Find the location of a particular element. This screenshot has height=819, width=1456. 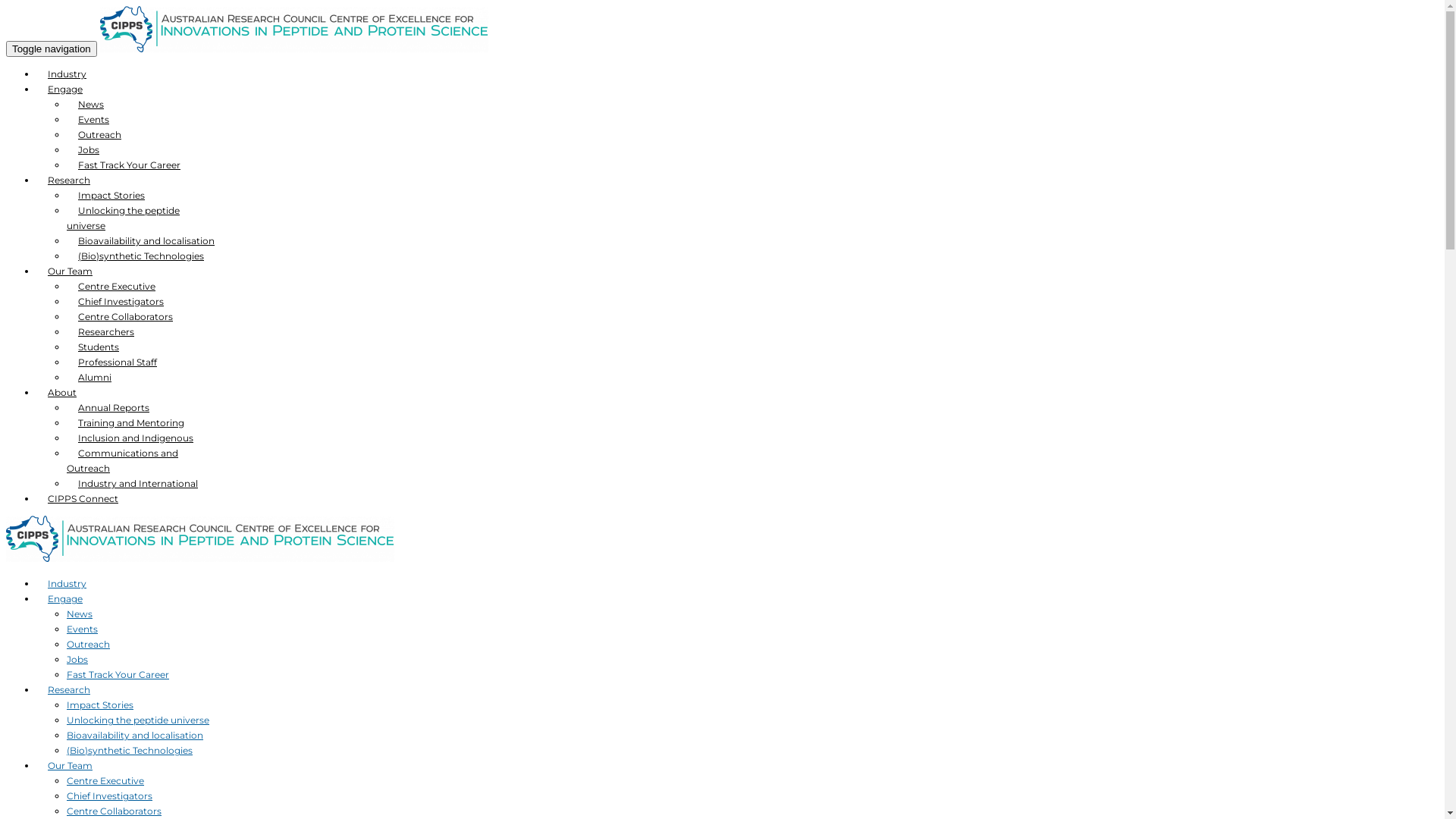

'Researchers' is located at coordinates (105, 331).